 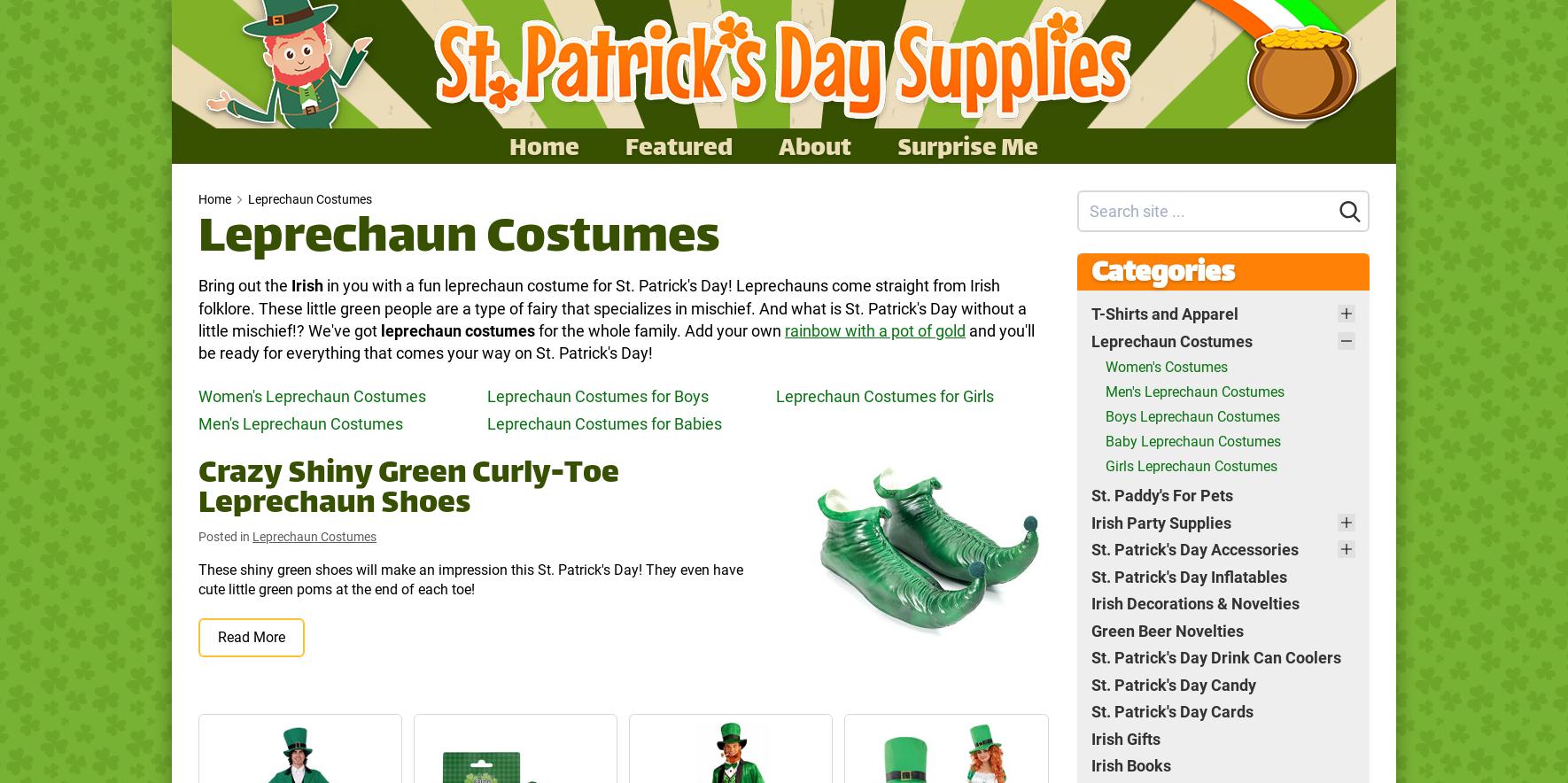 I want to click on 'leprechaun costumes', so click(x=458, y=329).